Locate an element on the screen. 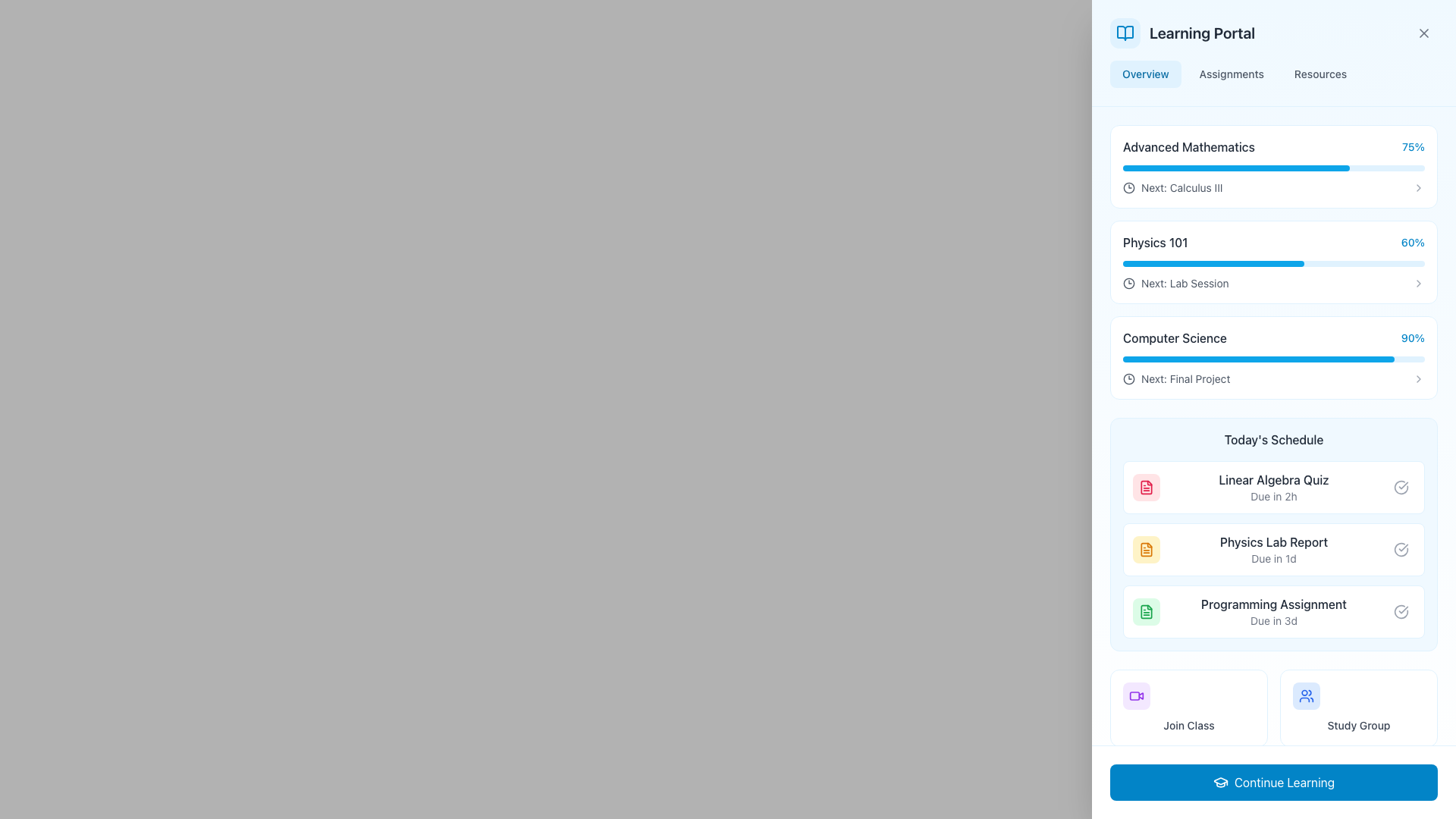 The height and width of the screenshot is (819, 1456). the List item labeled 'Next: Calculus III' in the 'Advanced Mathematics' module is located at coordinates (1274, 187).